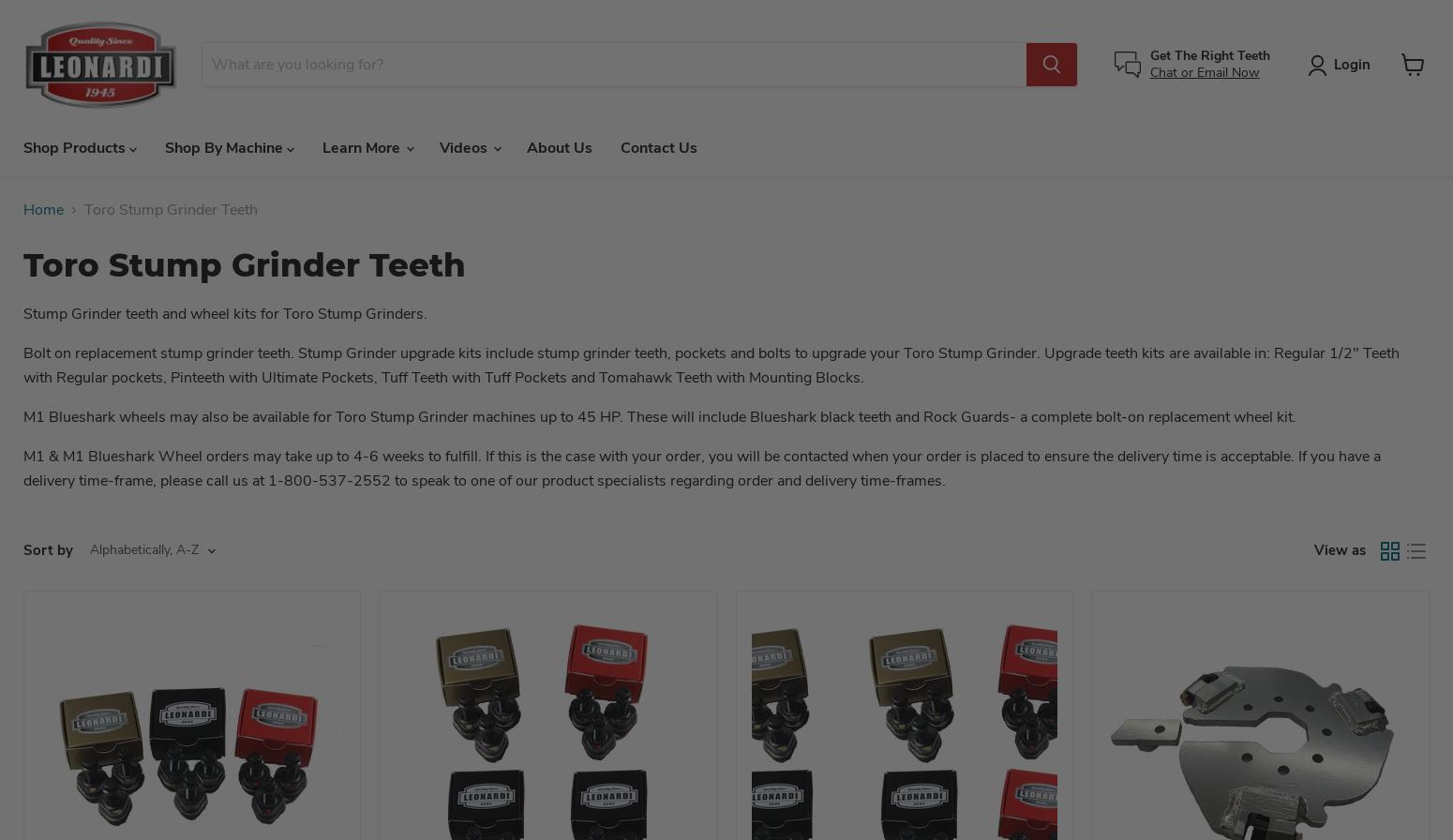 This screenshot has height=840, width=1453. What do you see at coordinates (712, 365) in the screenshot?
I see `'Stump Grinder. Upgrade teeth kits are available in: Regular 1/2" Teeth with Regular pockets, Pinteeth with Ultimate Pockets, Tuff Teeth with Tuff Pockets and Tomahawk Teeth with Mounting Blocks.'` at bounding box center [712, 365].